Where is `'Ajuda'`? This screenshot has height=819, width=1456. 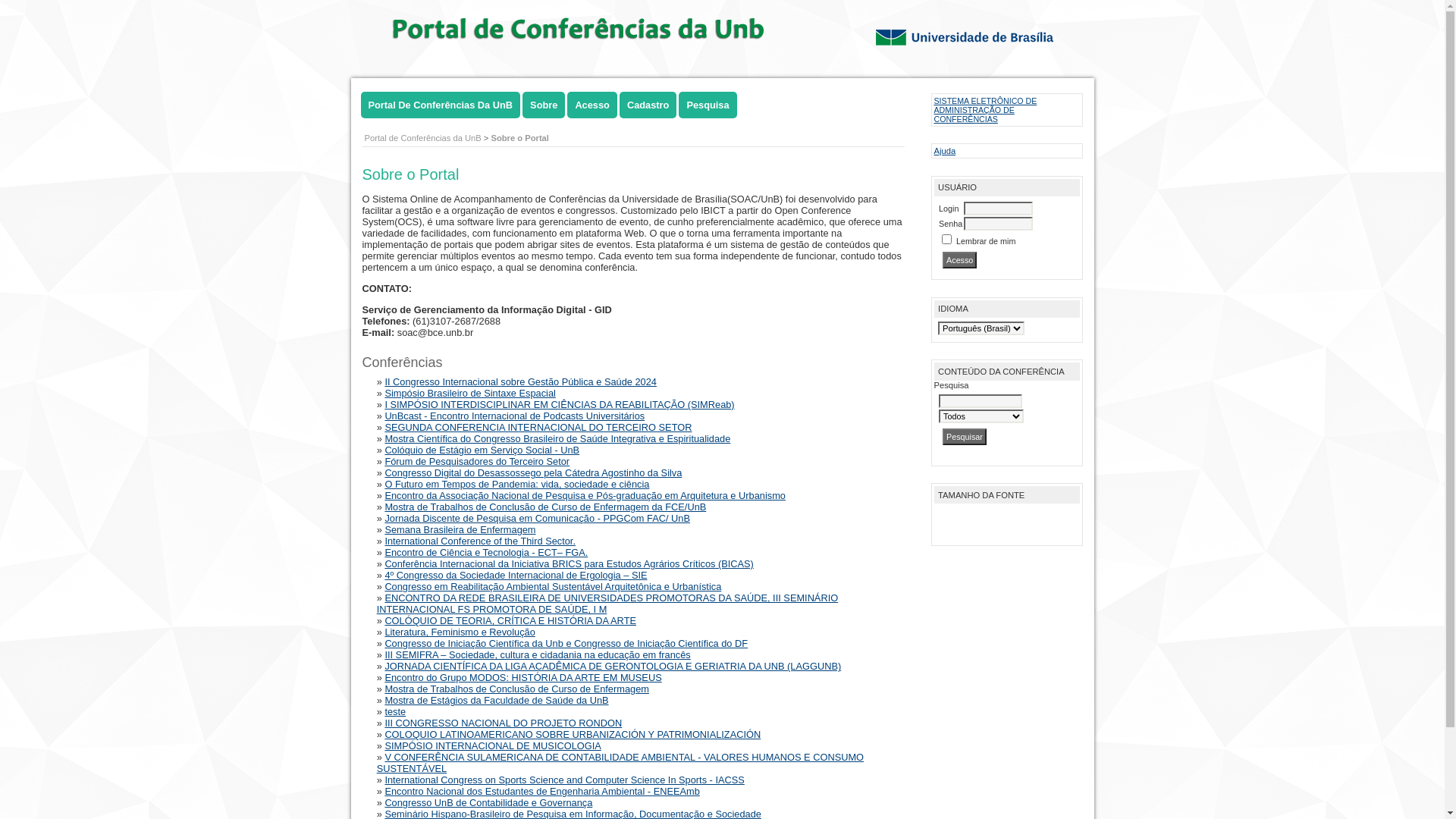
'Ajuda' is located at coordinates (944, 151).